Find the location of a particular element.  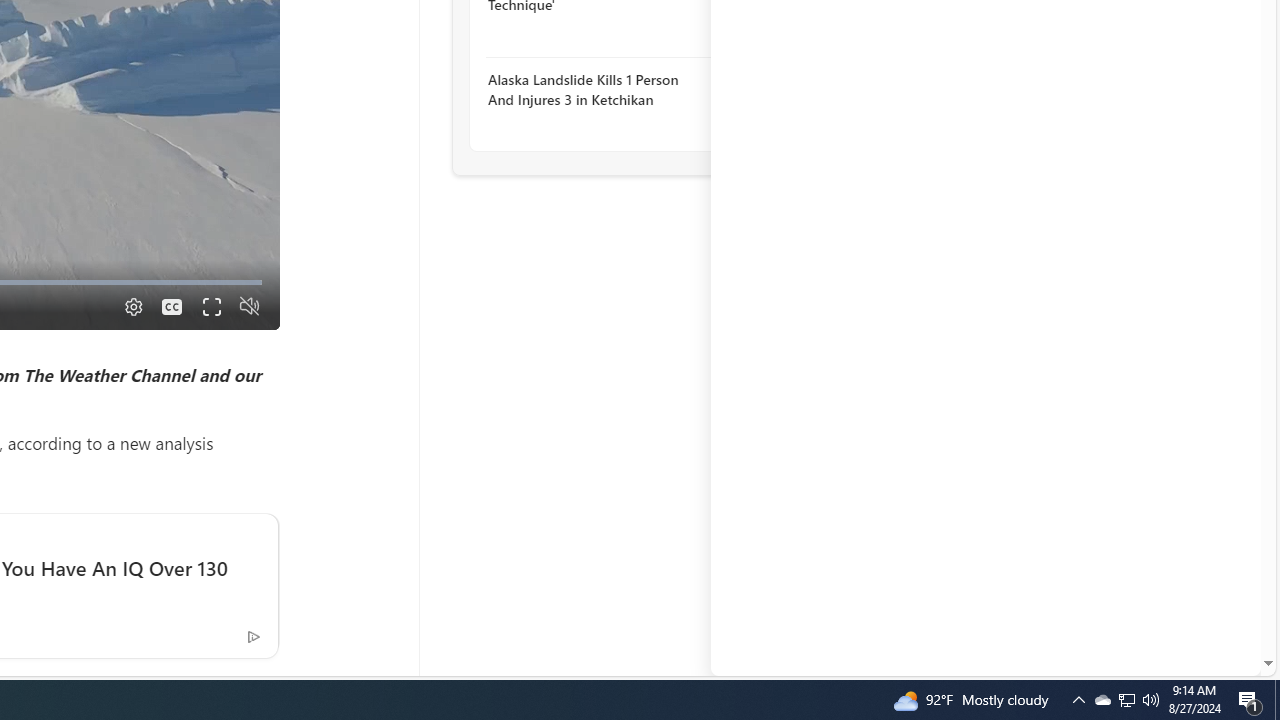

'Fullscreen' is located at coordinates (211, 306).